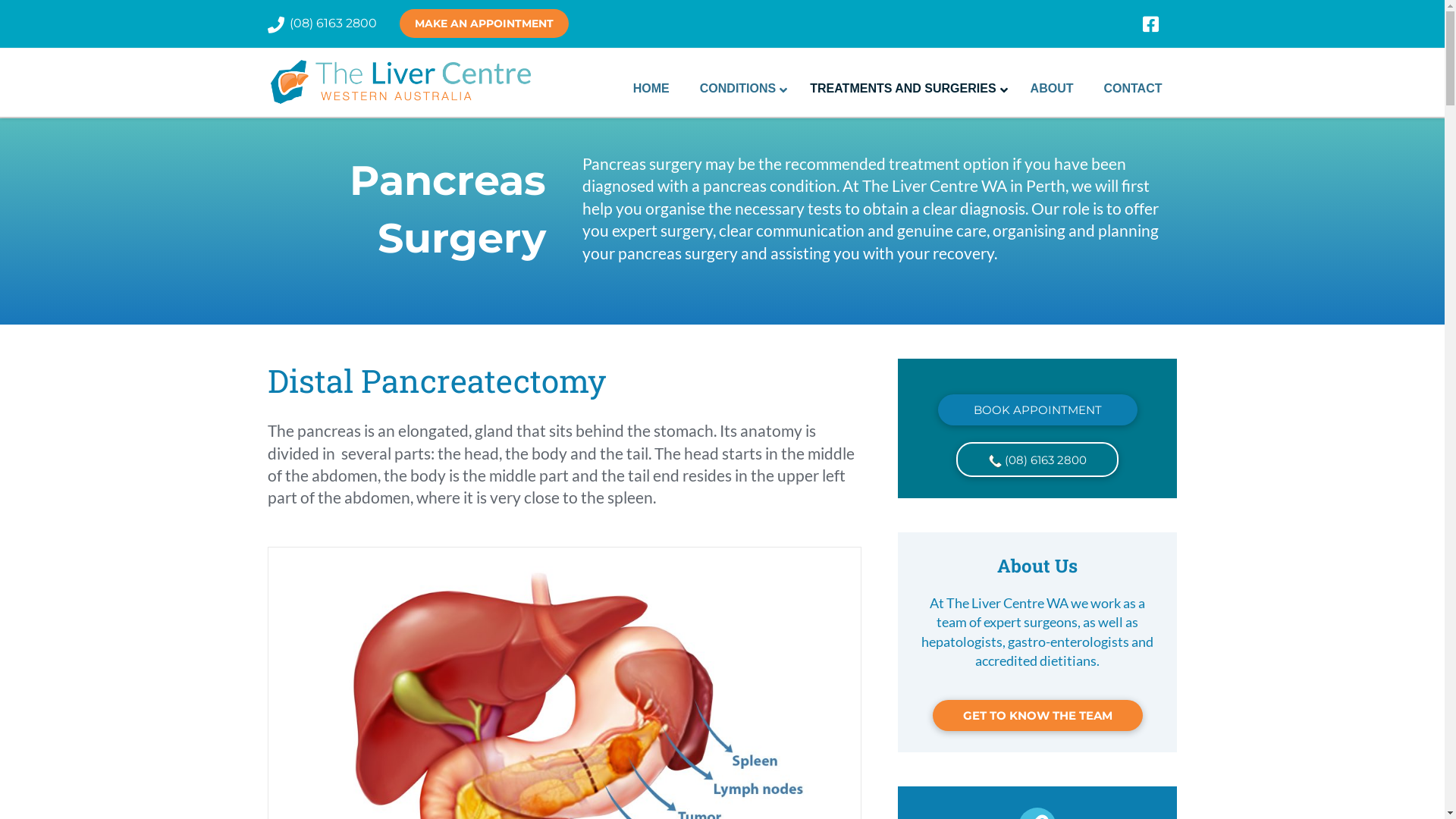 The width and height of the screenshot is (1456, 819). Describe the element at coordinates (1159, 24) in the screenshot. I see `'Facebook'` at that location.